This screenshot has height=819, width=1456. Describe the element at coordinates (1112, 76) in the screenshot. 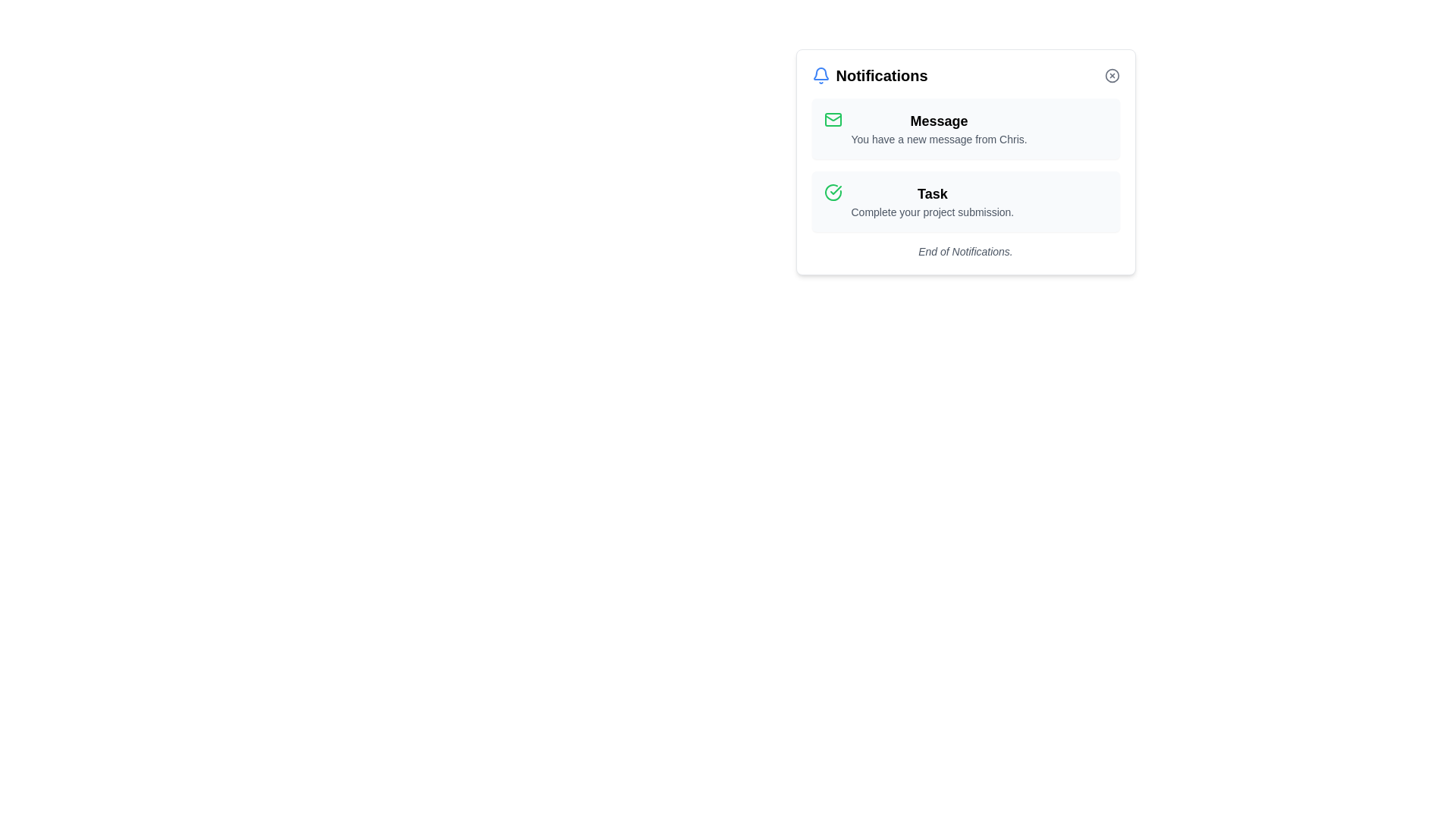

I see `the closing button located at the top-right corner of the Notifications panel` at that location.